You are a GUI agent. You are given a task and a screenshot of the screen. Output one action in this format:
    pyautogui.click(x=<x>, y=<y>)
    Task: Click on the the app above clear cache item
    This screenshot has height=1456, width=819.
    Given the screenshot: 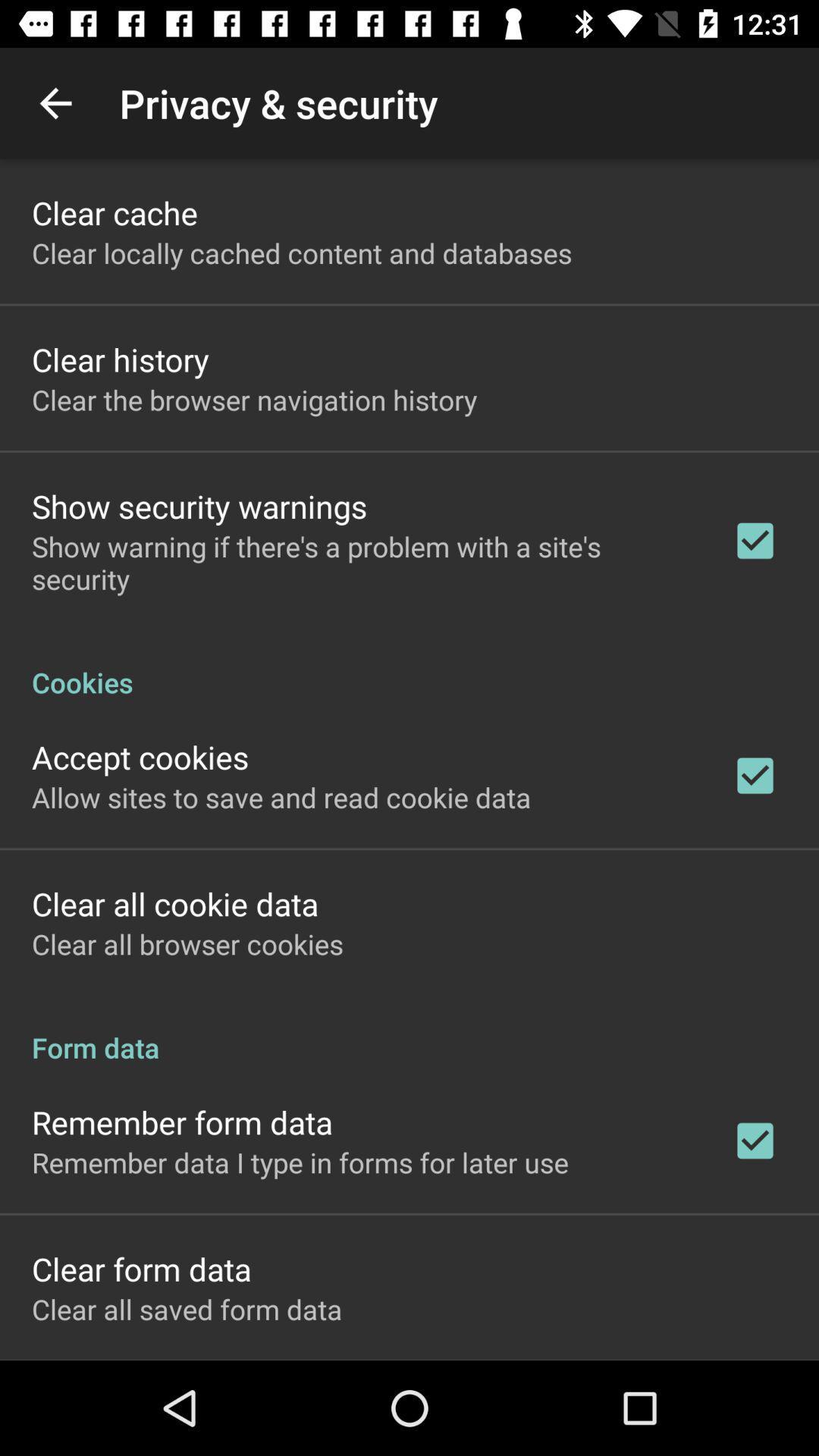 What is the action you would take?
    pyautogui.click(x=55, y=102)
    